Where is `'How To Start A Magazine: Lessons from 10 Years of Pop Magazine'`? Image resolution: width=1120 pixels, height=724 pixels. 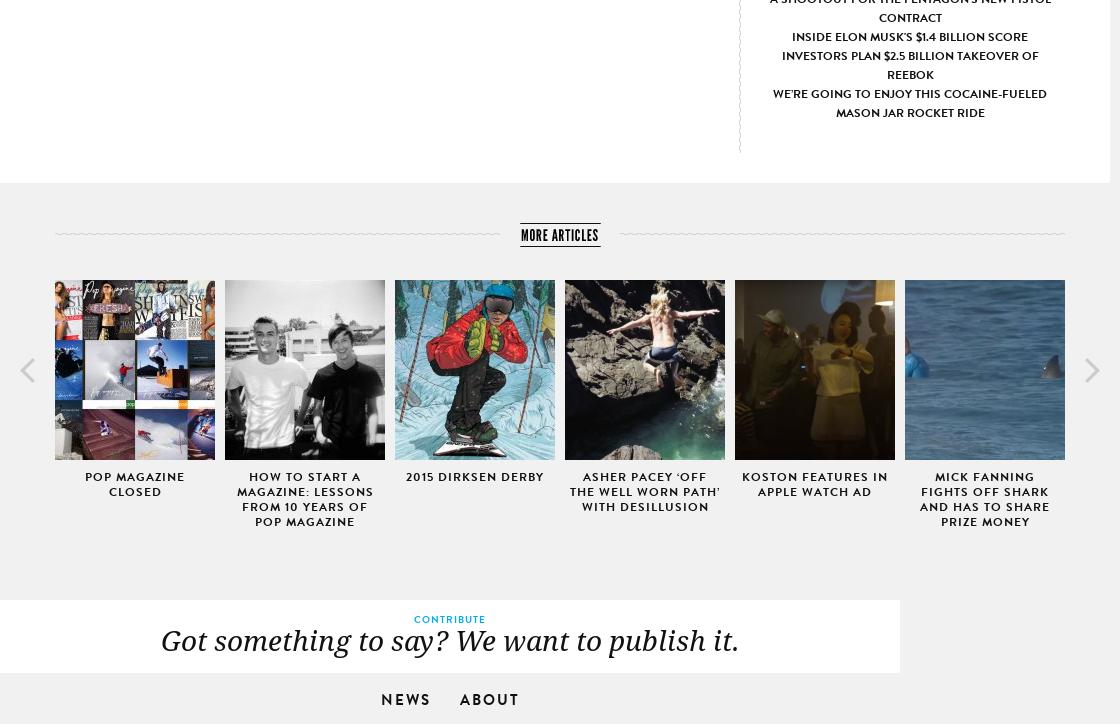
'How To Start A Magazine: Lessons from 10 Years of Pop Magazine' is located at coordinates (304, 498).